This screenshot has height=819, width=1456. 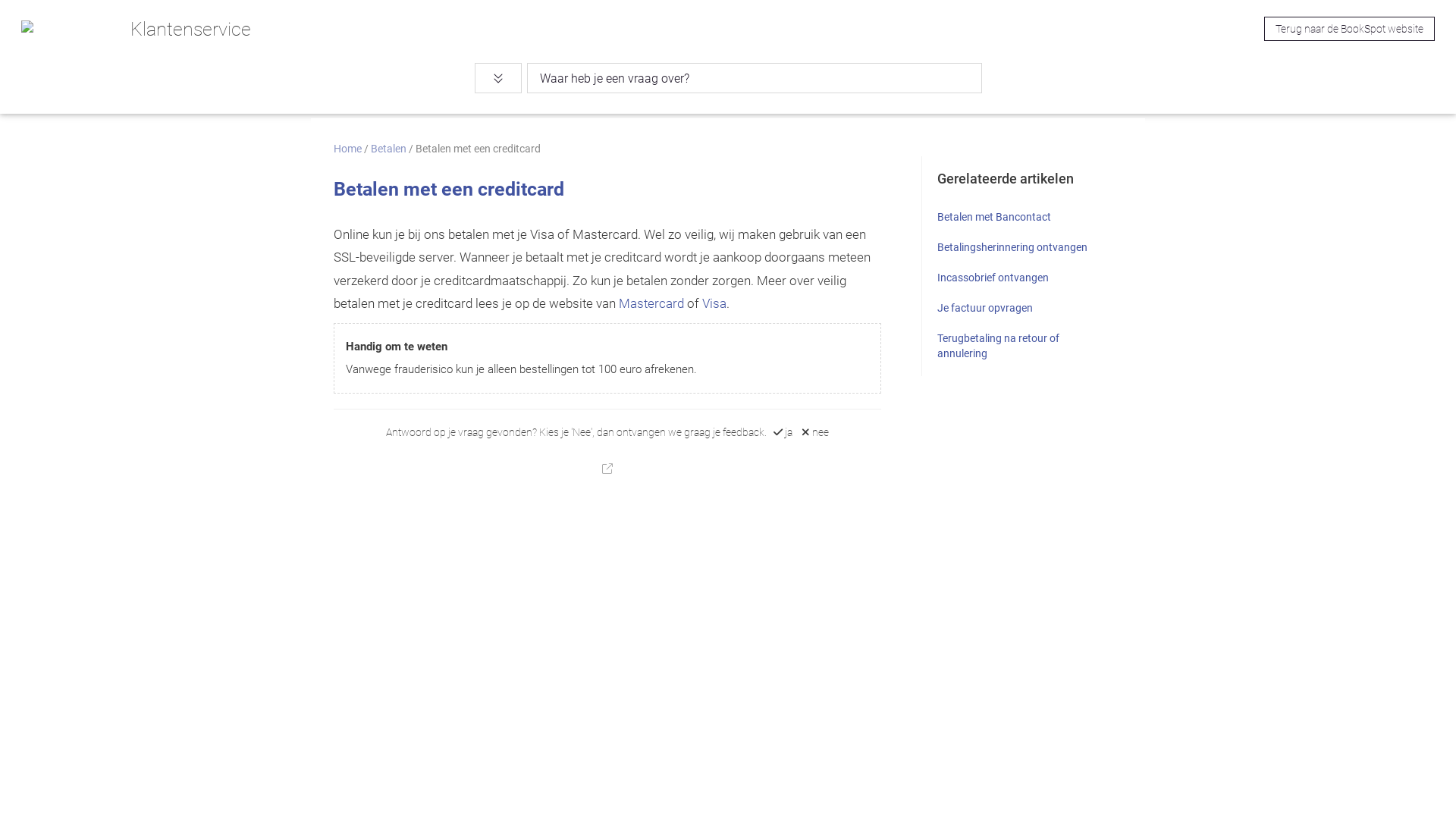 What do you see at coordinates (993, 216) in the screenshot?
I see `'Betalen met Bancontact'` at bounding box center [993, 216].